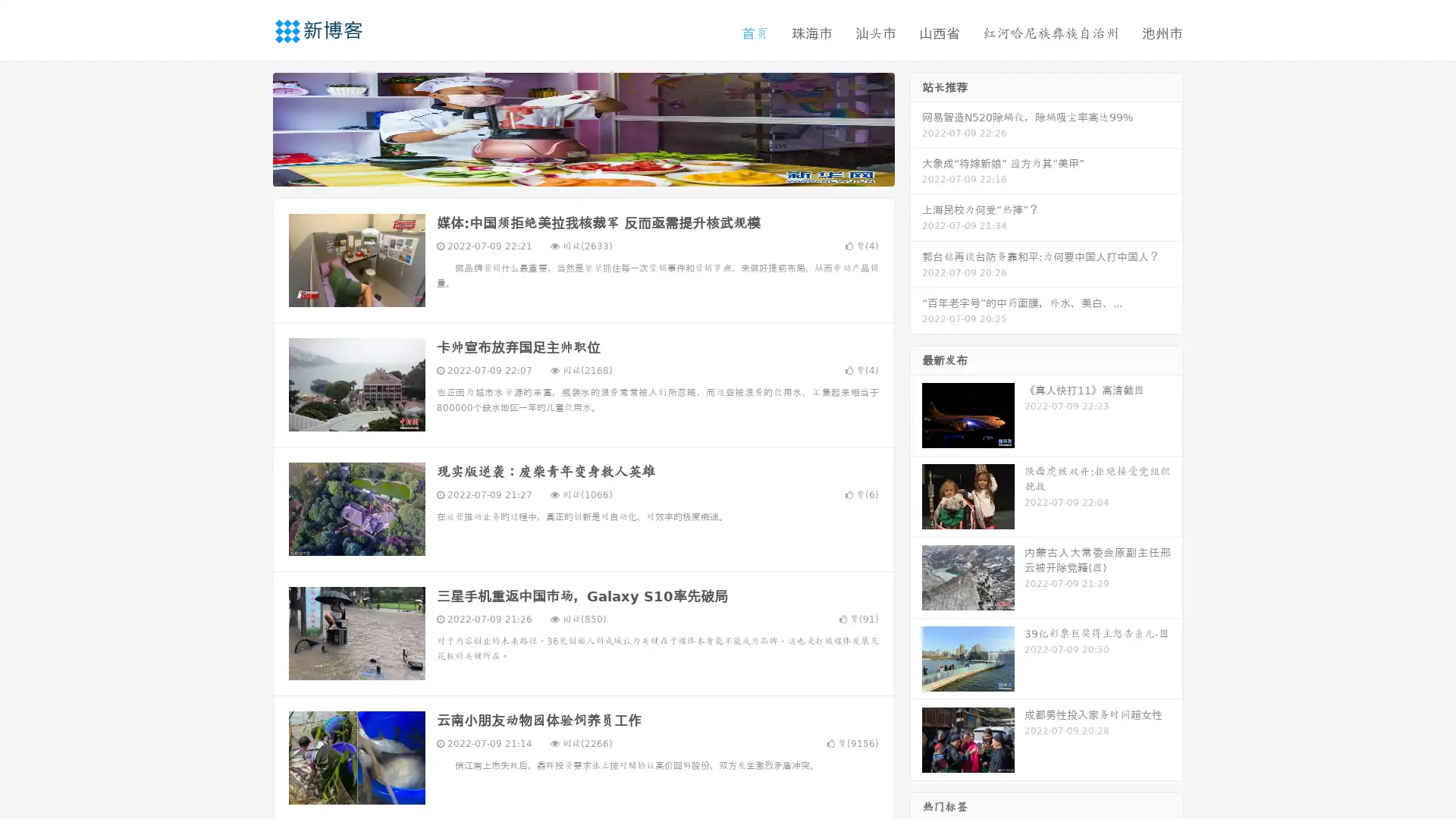 The width and height of the screenshot is (1456, 819). Describe the element at coordinates (567, 171) in the screenshot. I see `Go to slide 1` at that location.